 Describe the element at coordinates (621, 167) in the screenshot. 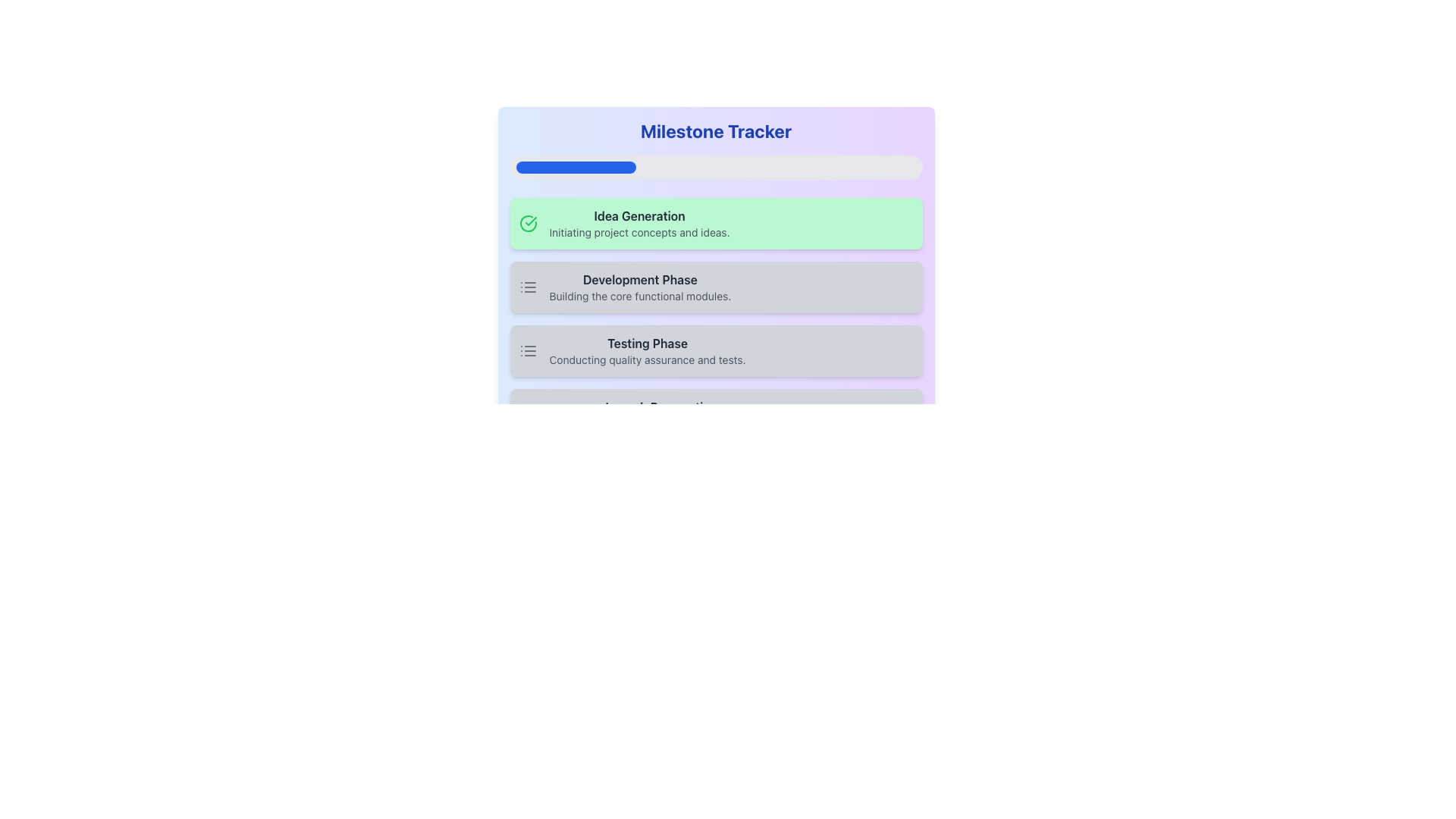

I see `the progress bar` at that location.